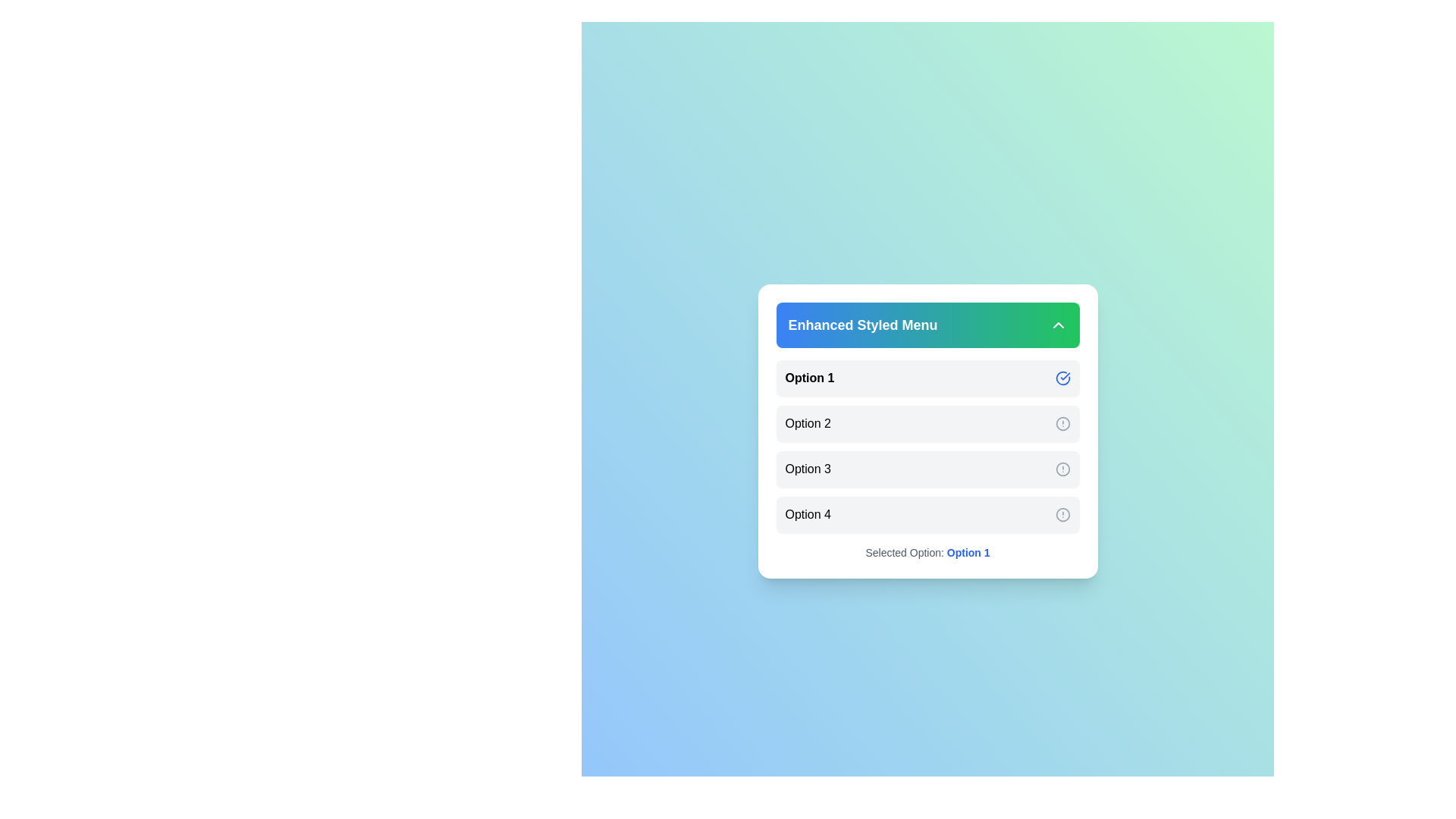 The height and width of the screenshot is (819, 1456). Describe the element at coordinates (927, 424) in the screenshot. I see `the menu option Option 2 to observe its hover effect` at that location.